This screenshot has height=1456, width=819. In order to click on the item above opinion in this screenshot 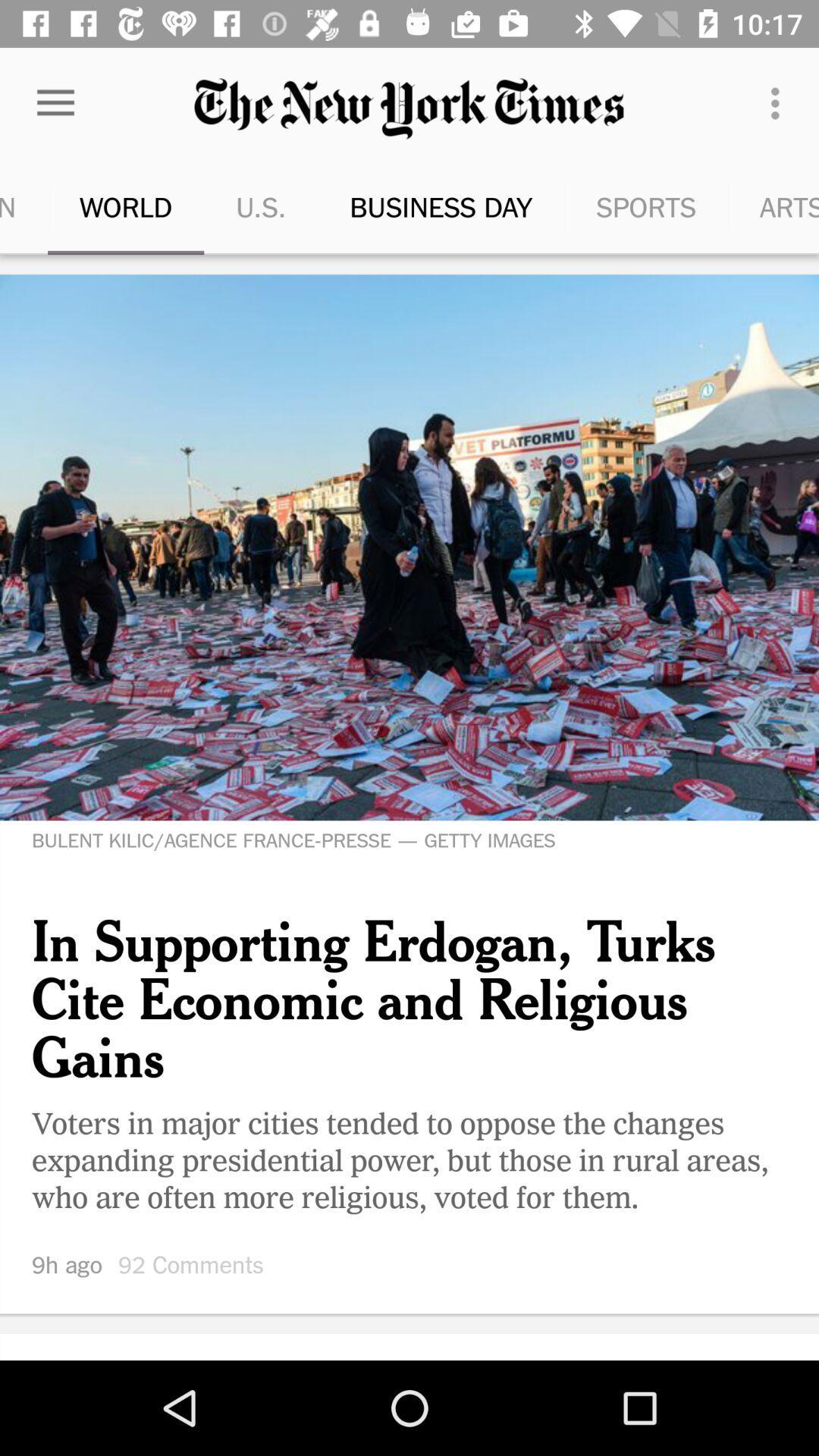, I will do `click(55, 102)`.